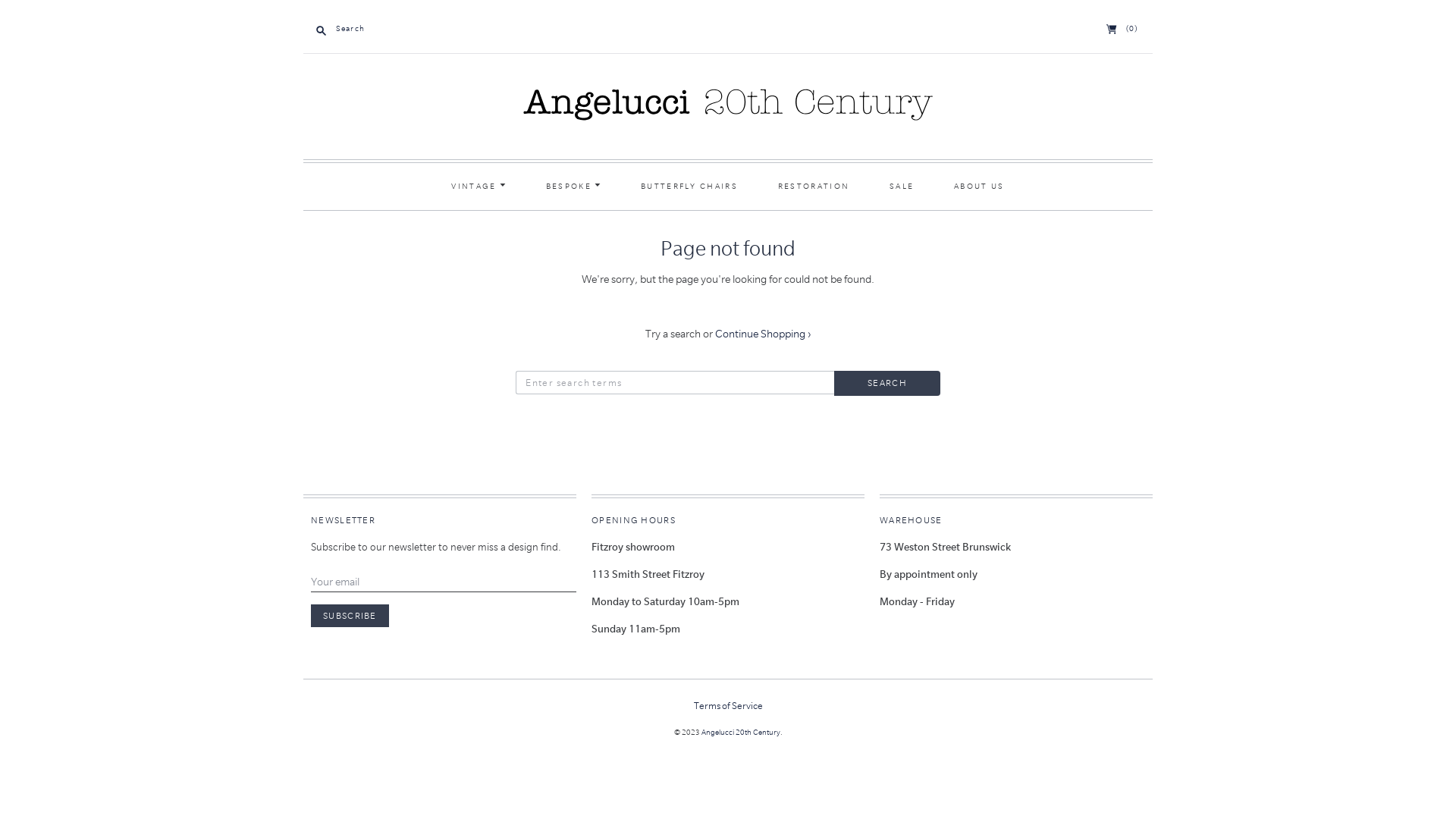 The image size is (1456, 819). I want to click on 'RESTORATION', so click(813, 185).